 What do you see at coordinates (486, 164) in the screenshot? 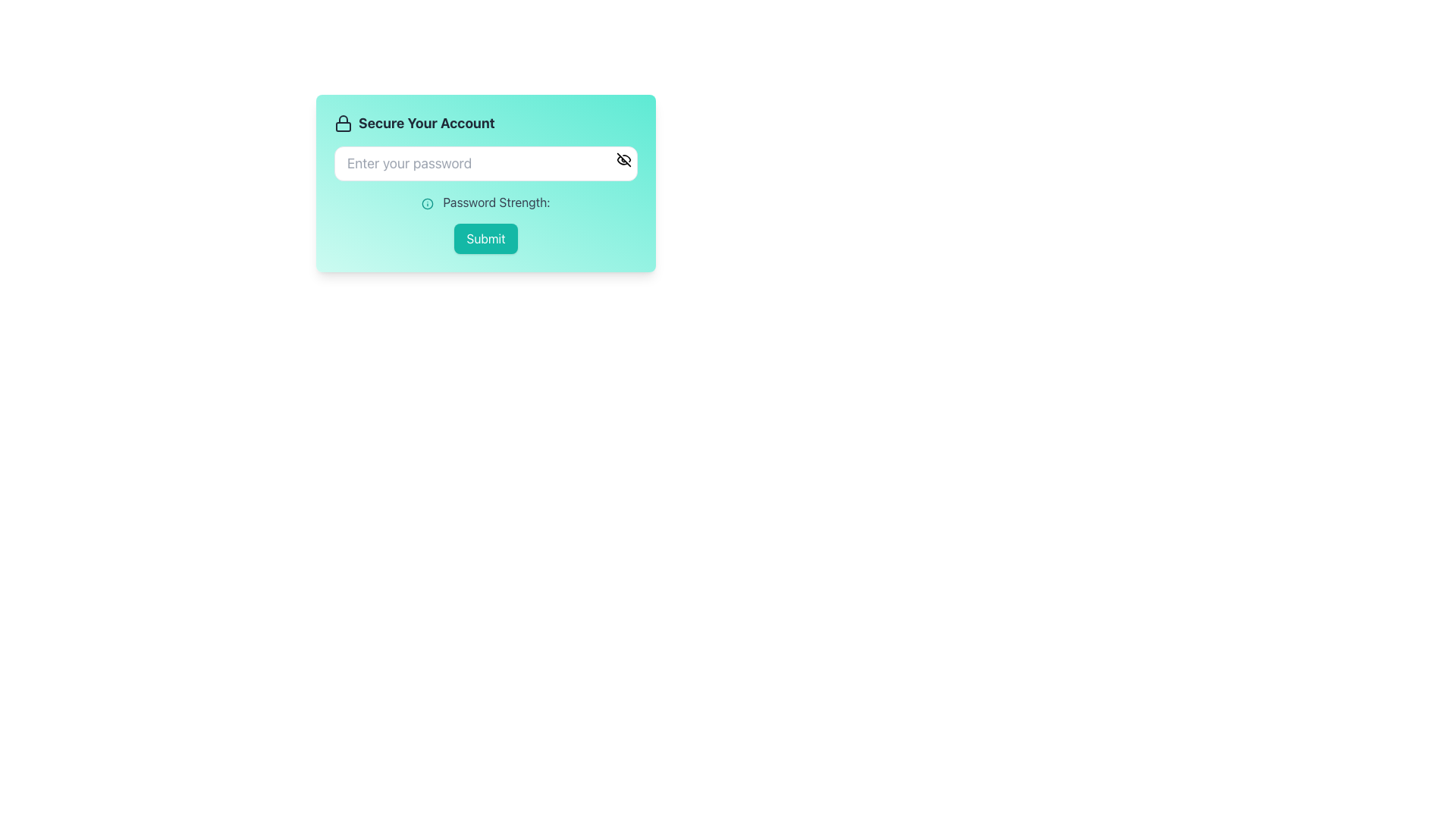
I see `the Password input field located centrally within a teal box layout, positioned below 'Secure Your Account' and above 'Password Strength:'` at bounding box center [486, 164].